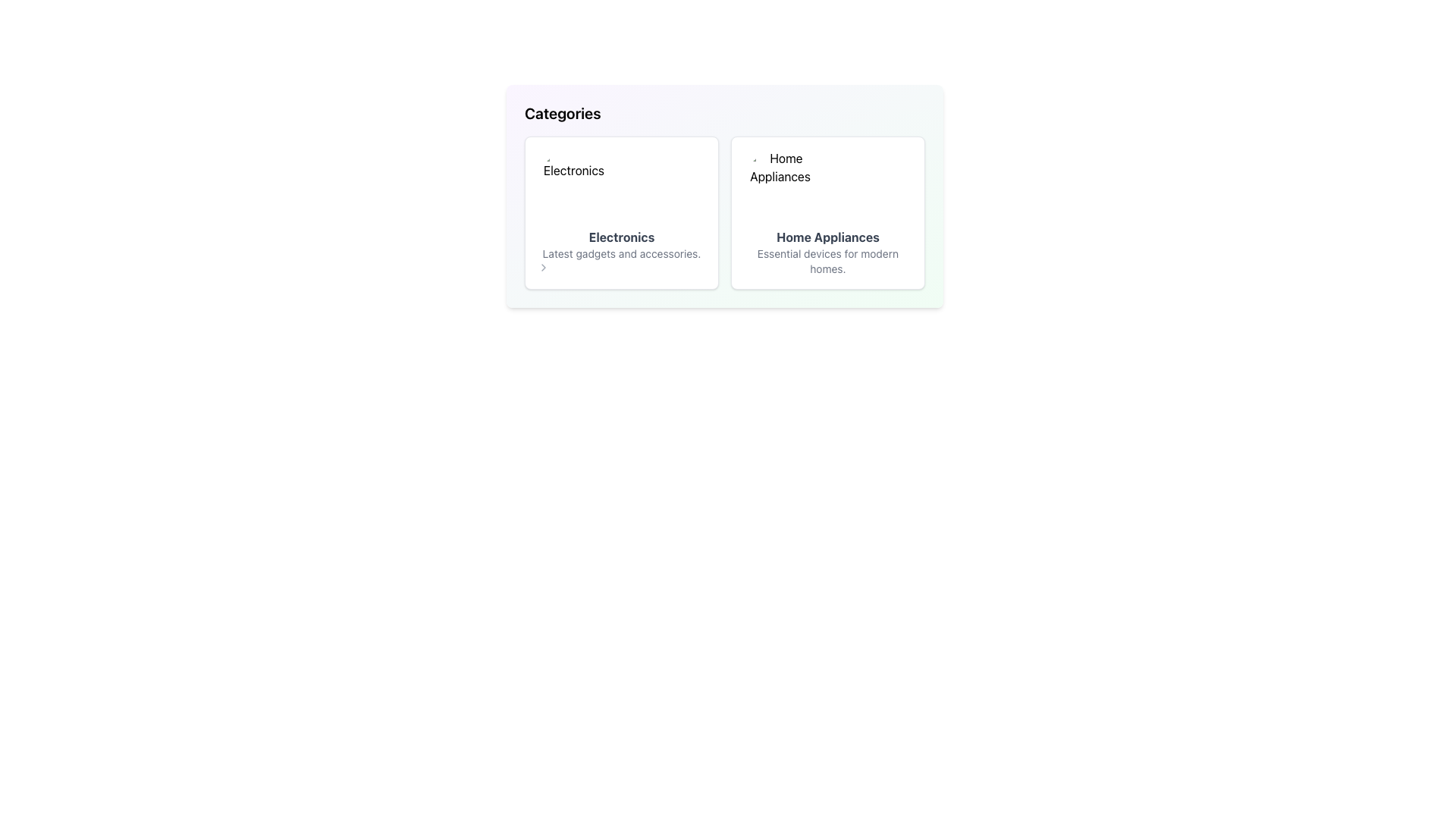  Describe the element at coordinates (780, 185) in the screenshot. I see `the circular image with a soft border located in the second section under the 'Categories' label, positioned above 'Home Appliances' and 'Essential devices for modern homes.'` at that location.